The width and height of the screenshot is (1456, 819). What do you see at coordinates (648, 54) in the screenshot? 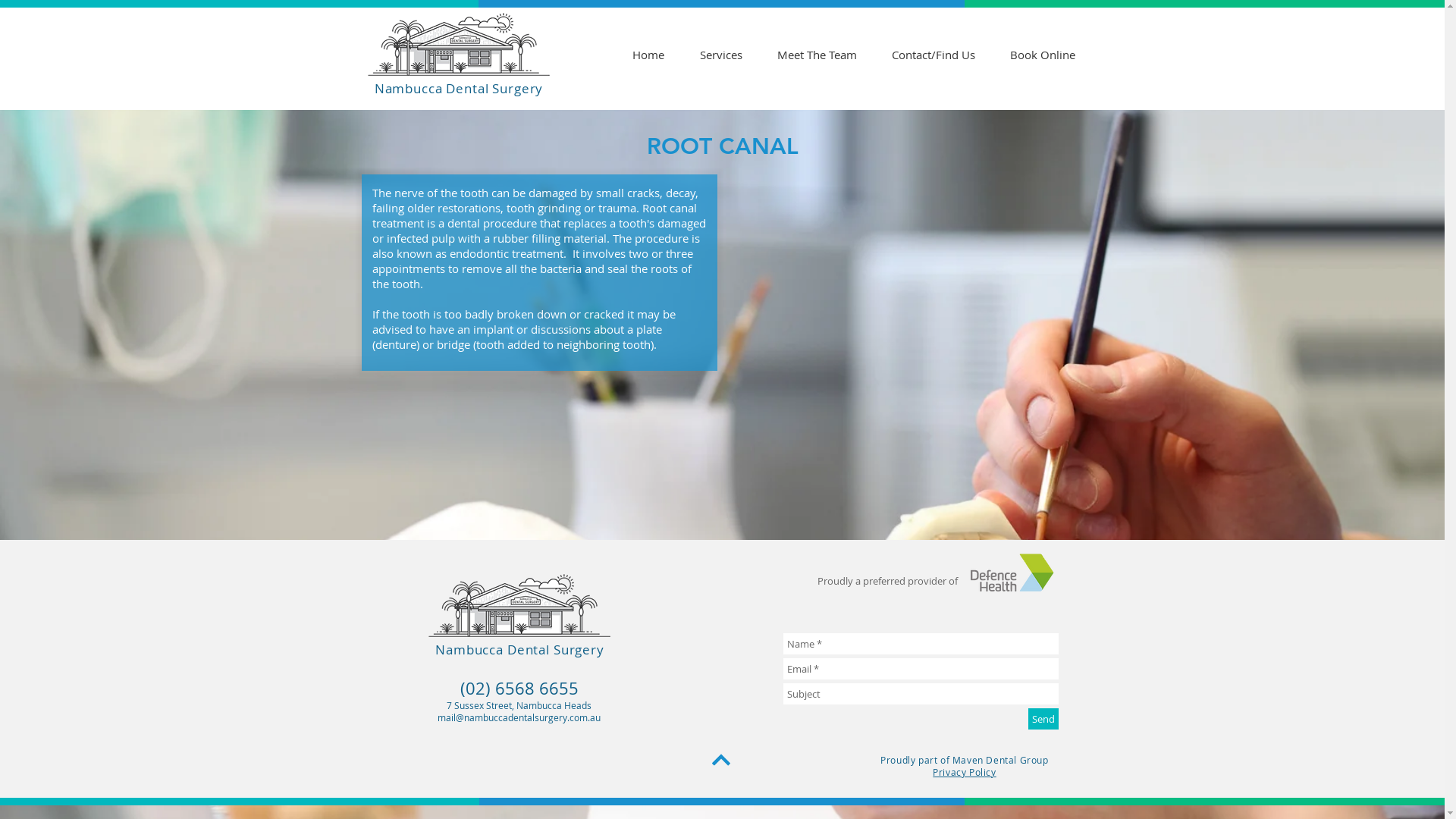
I see `'Home'` at bounding box center [648, 54].